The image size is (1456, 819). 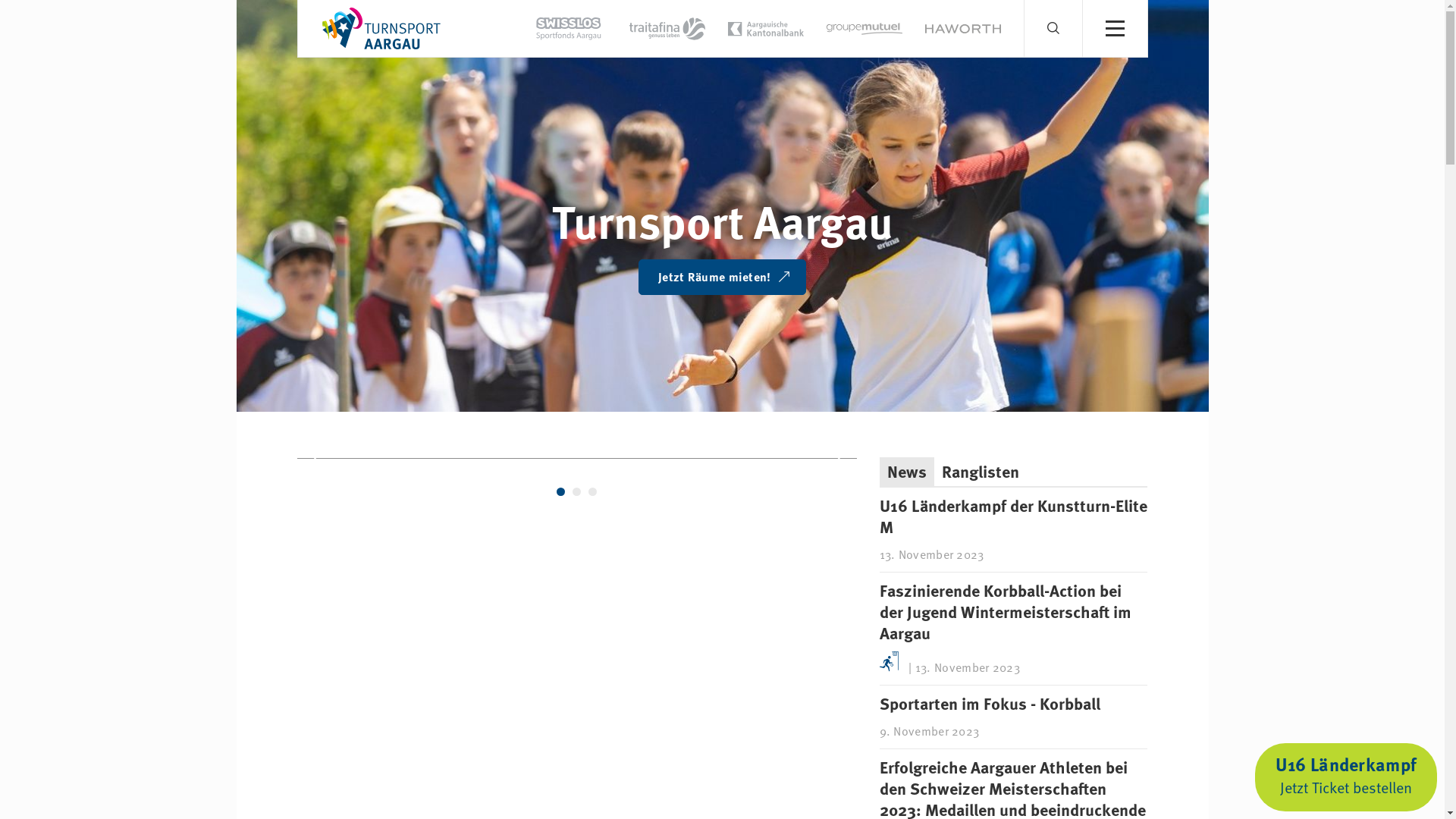 I want to click on 'Logo Aargauer Turnverband ATV', so click(x=312, y=28).